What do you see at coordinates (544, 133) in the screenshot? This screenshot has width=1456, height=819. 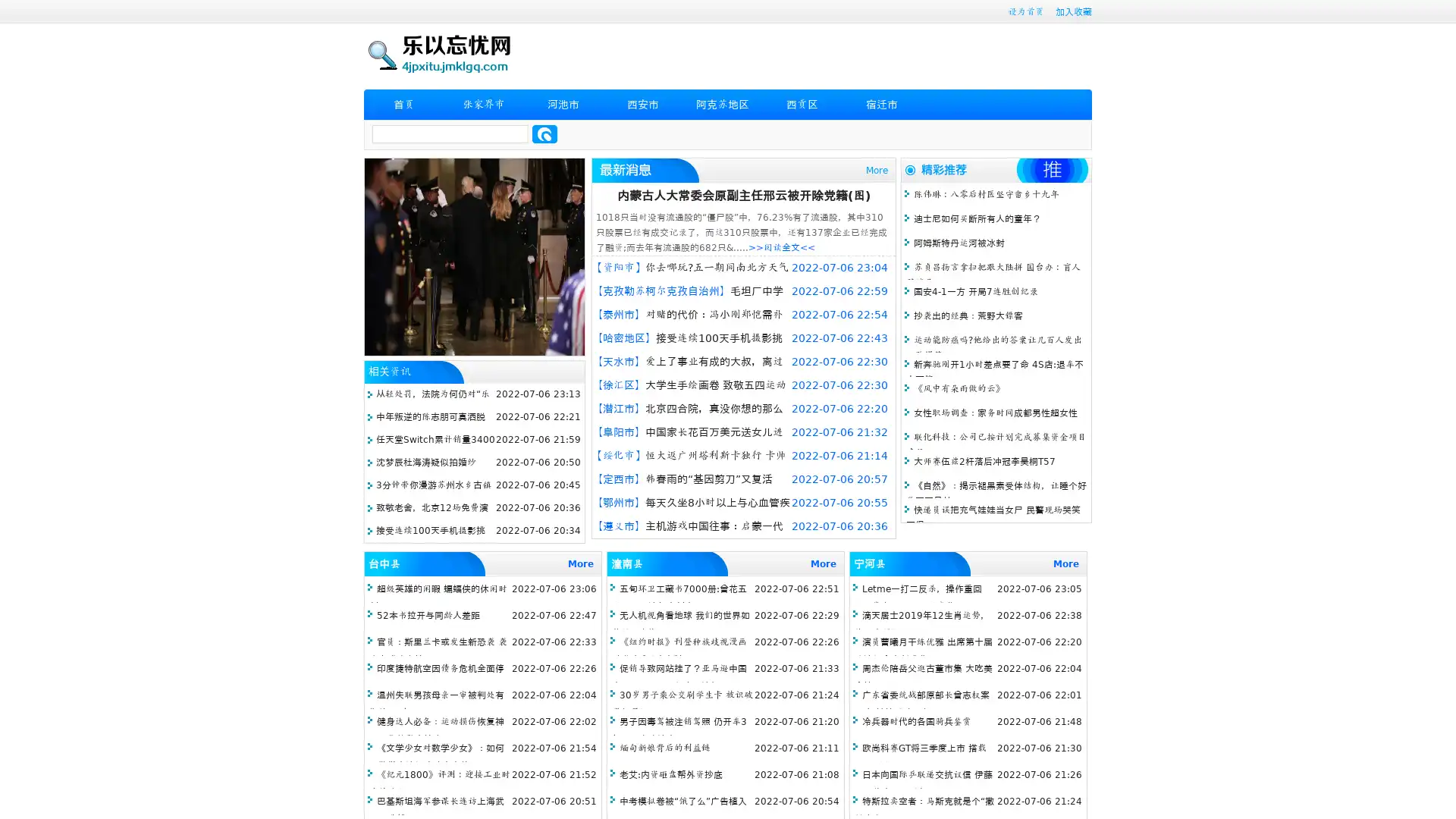 I see `Search` at bounding box center [544, 133].